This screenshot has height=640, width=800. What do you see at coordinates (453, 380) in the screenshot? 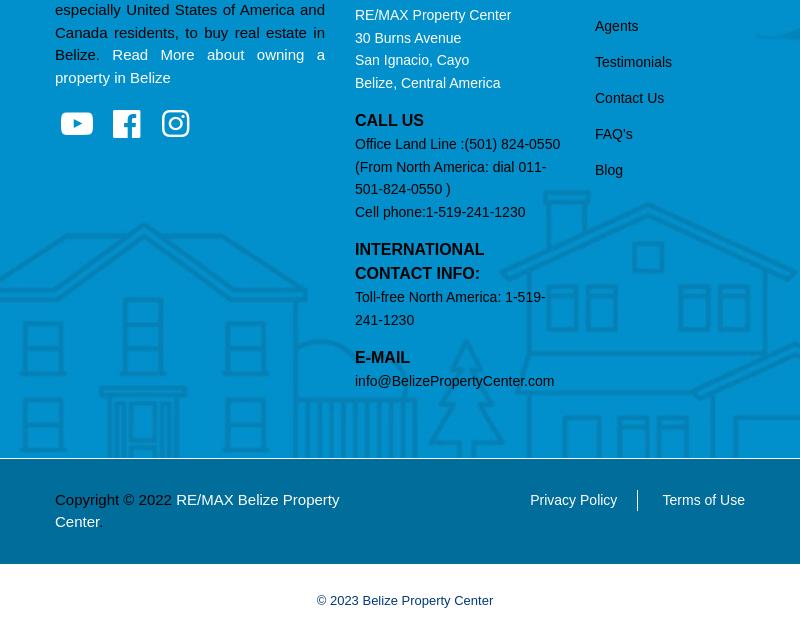
I see `'info@BelizePropertyCenter.com'` at bounding box center [453, 380].